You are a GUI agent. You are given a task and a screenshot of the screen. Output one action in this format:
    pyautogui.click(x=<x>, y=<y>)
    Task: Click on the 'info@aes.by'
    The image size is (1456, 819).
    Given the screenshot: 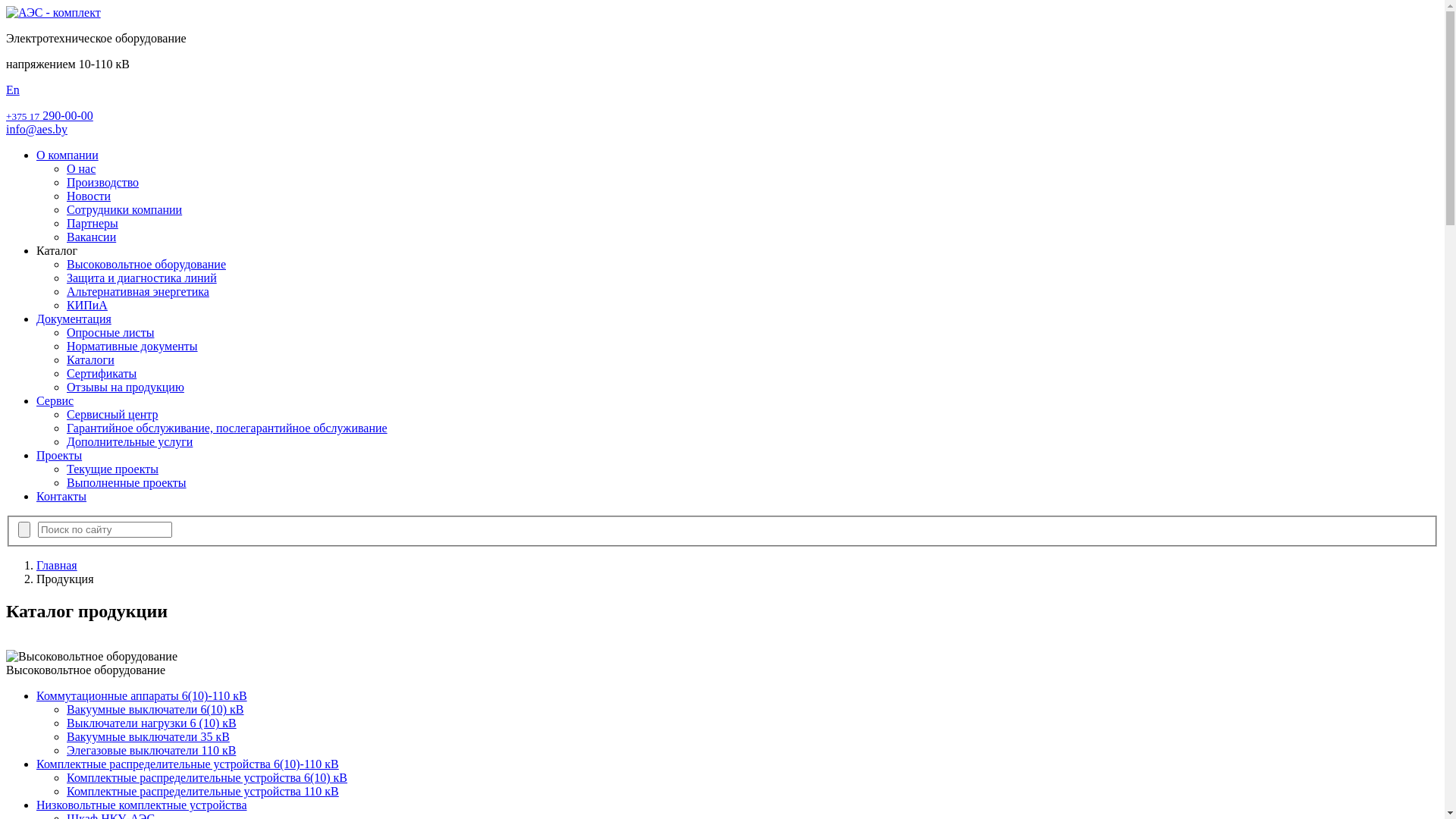 What is the action you would take?
    pyautogui.click(x=6, y=128)
    